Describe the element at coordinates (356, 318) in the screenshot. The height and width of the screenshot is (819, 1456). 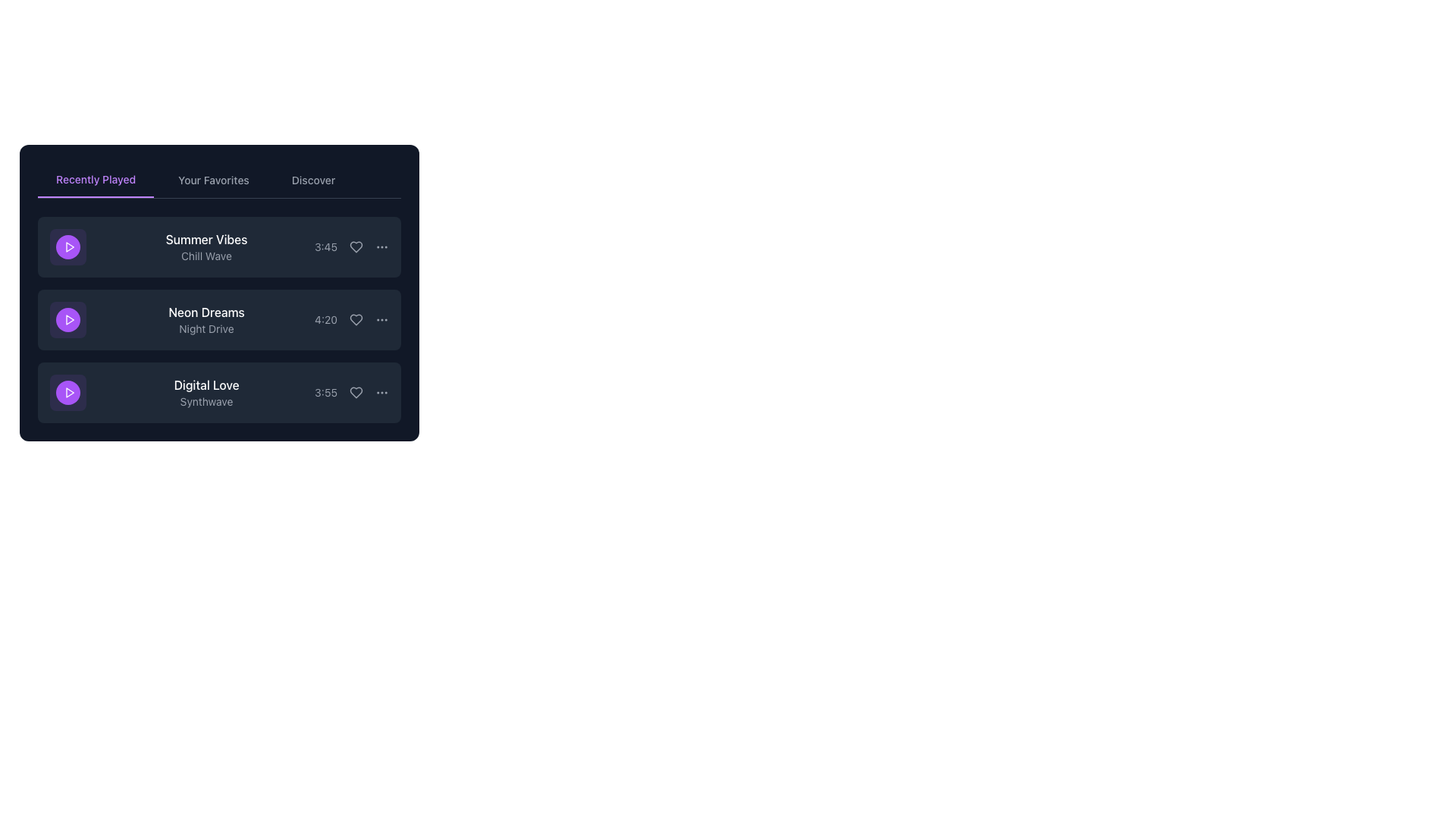
I see `the heart icon located to the right of the time display '4:20' for the 'Neon Dreams' track` at that location.